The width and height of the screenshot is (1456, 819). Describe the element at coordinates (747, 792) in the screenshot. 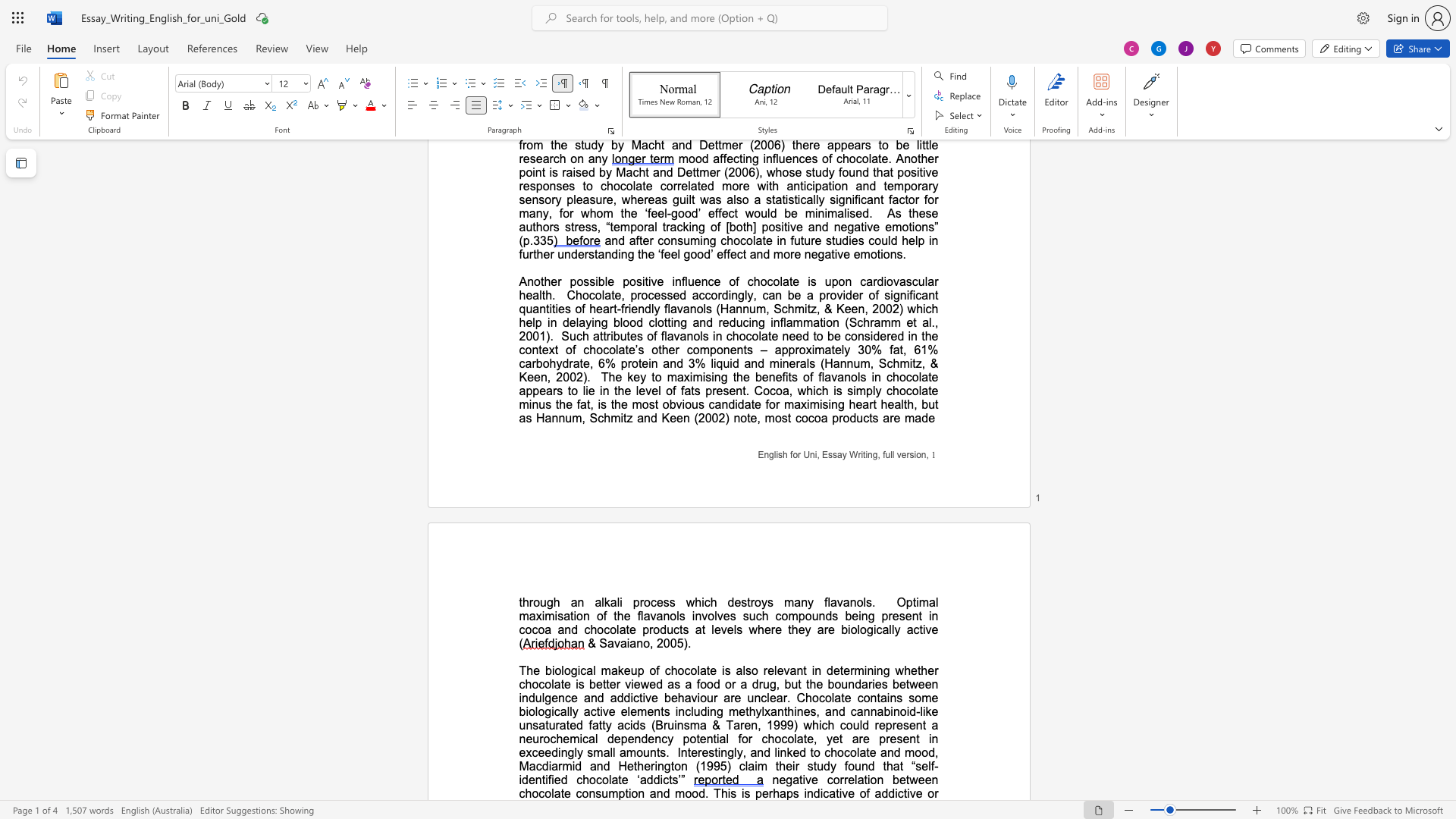

I see `the 3th character "s" in the text` at that location.